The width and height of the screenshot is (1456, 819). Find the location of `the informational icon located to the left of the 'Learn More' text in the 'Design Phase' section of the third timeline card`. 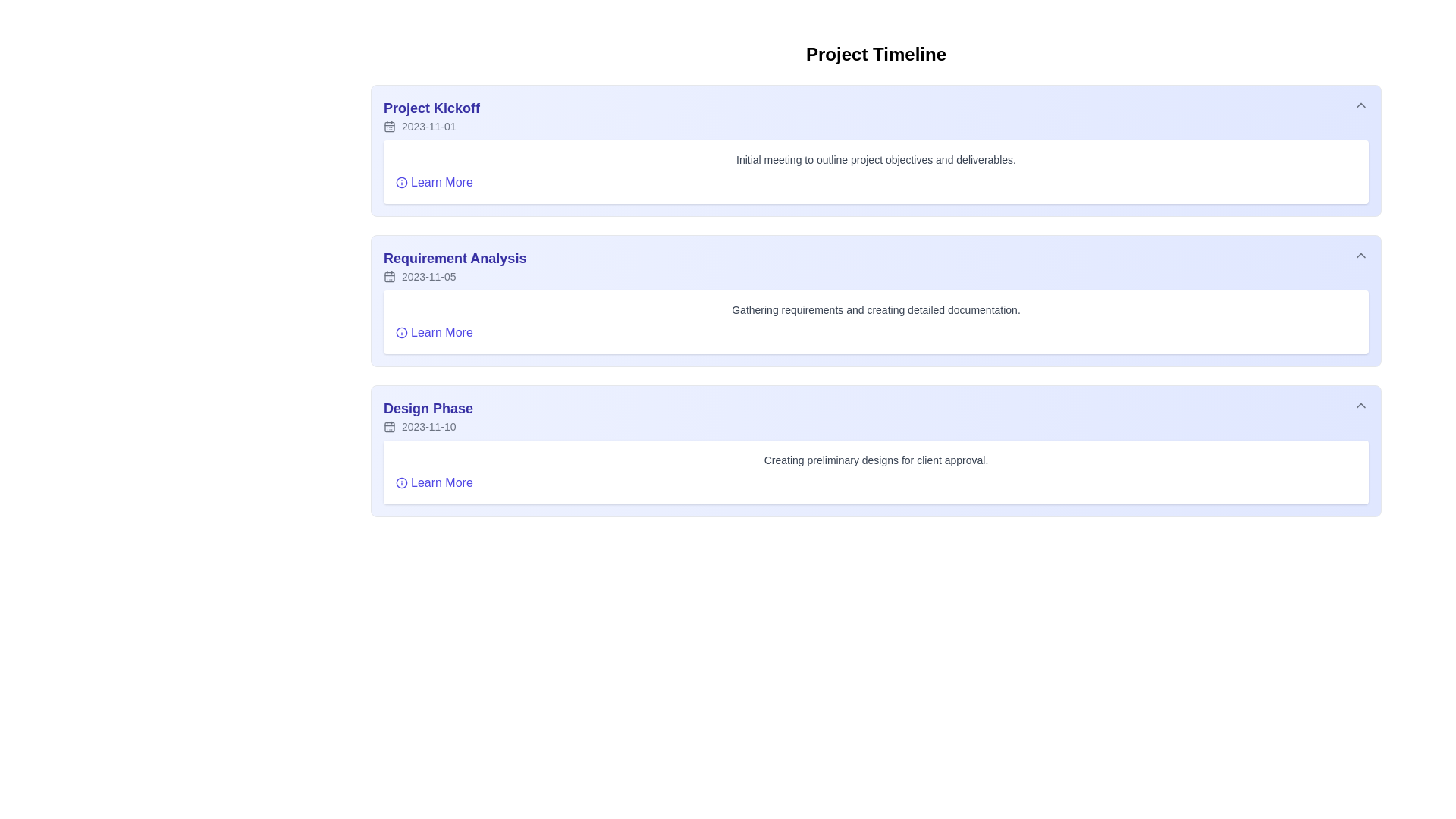

the informational icon located to the left of the 'Learn More' text in the 'Design Phase' section of the third timeline card is located at coordinates (401, 482).